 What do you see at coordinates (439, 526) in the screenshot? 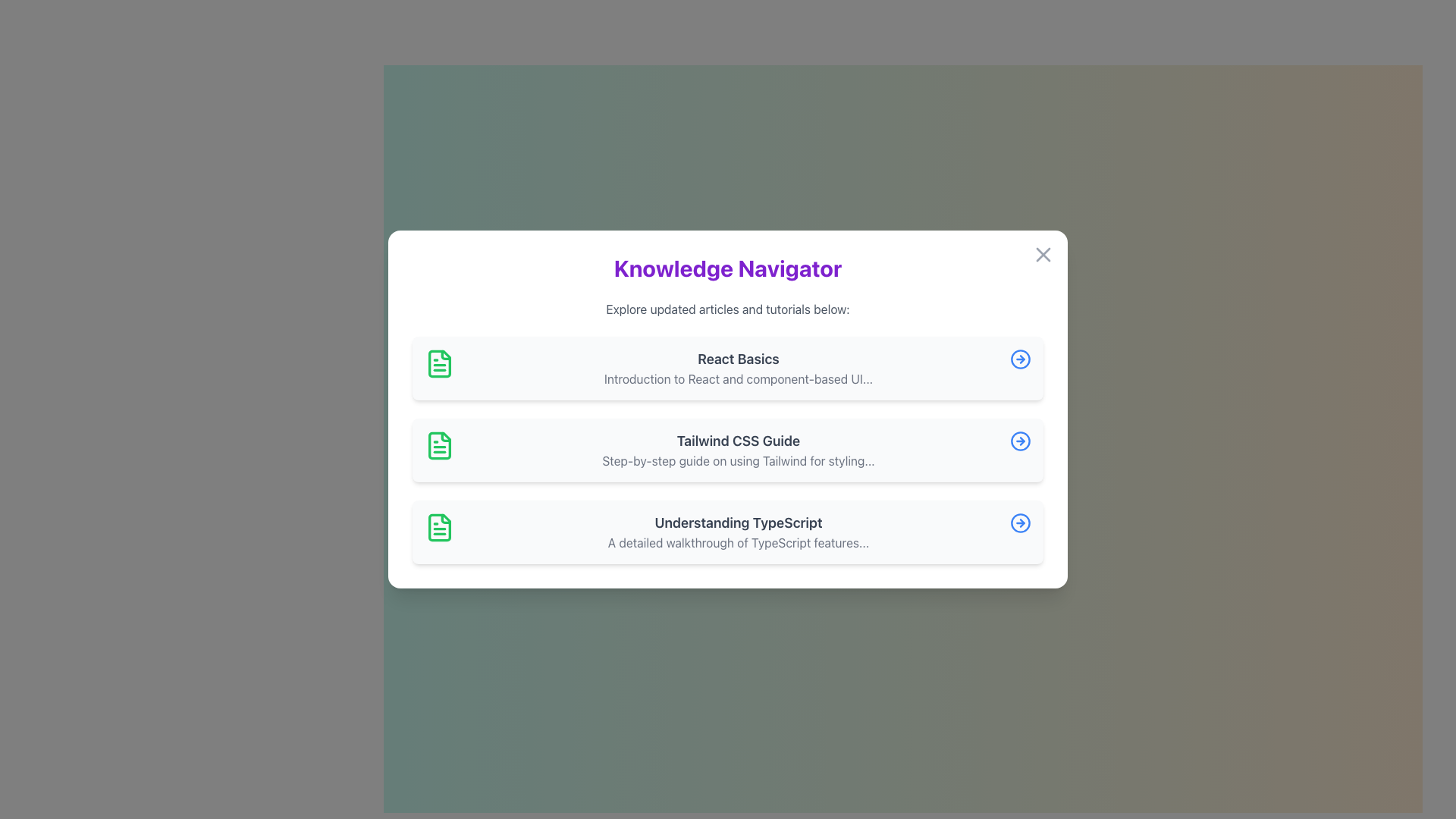
I see `the graphical icon representing the 'Understanding TypeScript' document located in the third row of the list interface` at bounding box center [439, 526].